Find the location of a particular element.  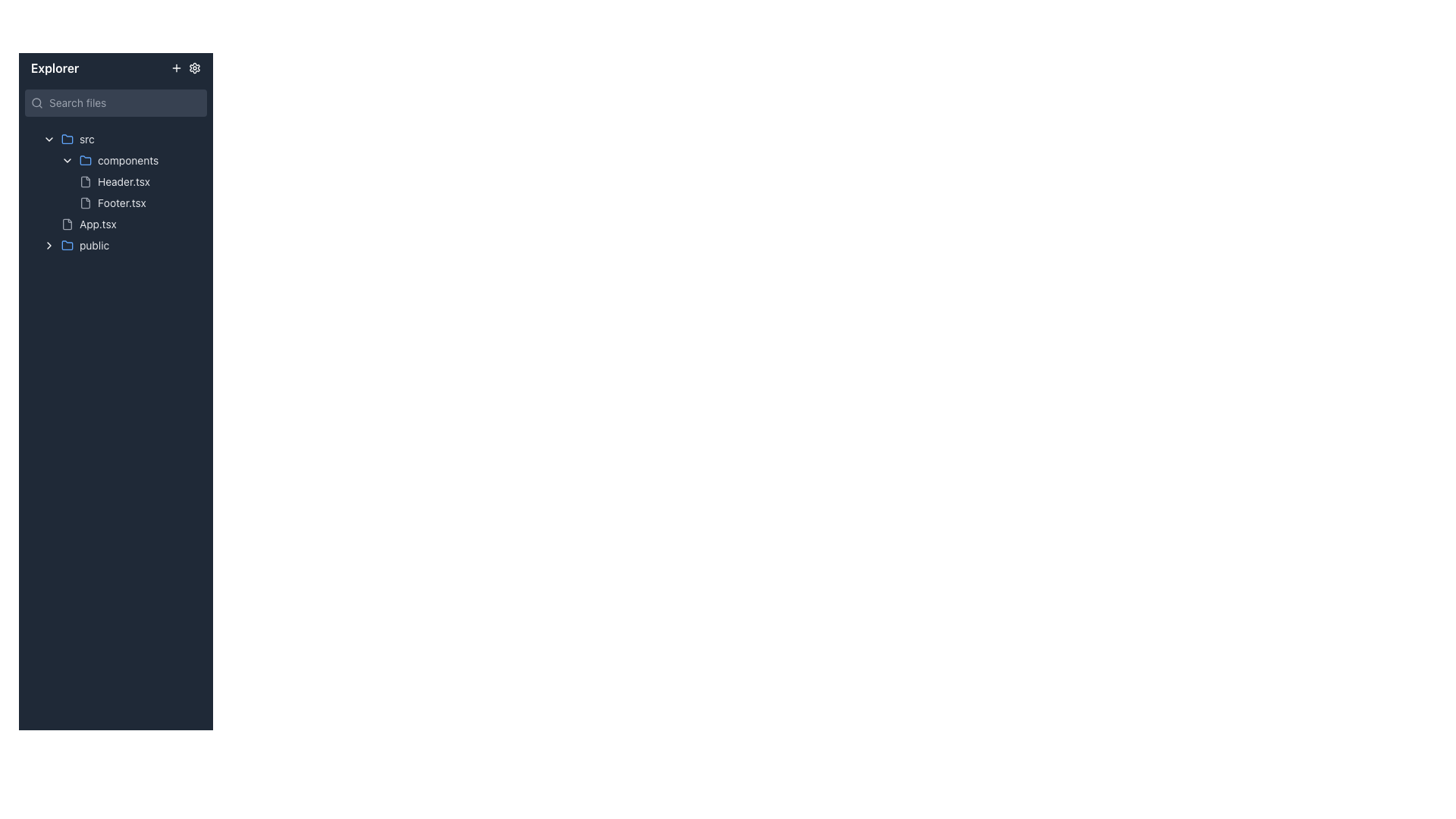

the text label 'components' in the dark-themed navigation panel is located at coordinates (128, 161).